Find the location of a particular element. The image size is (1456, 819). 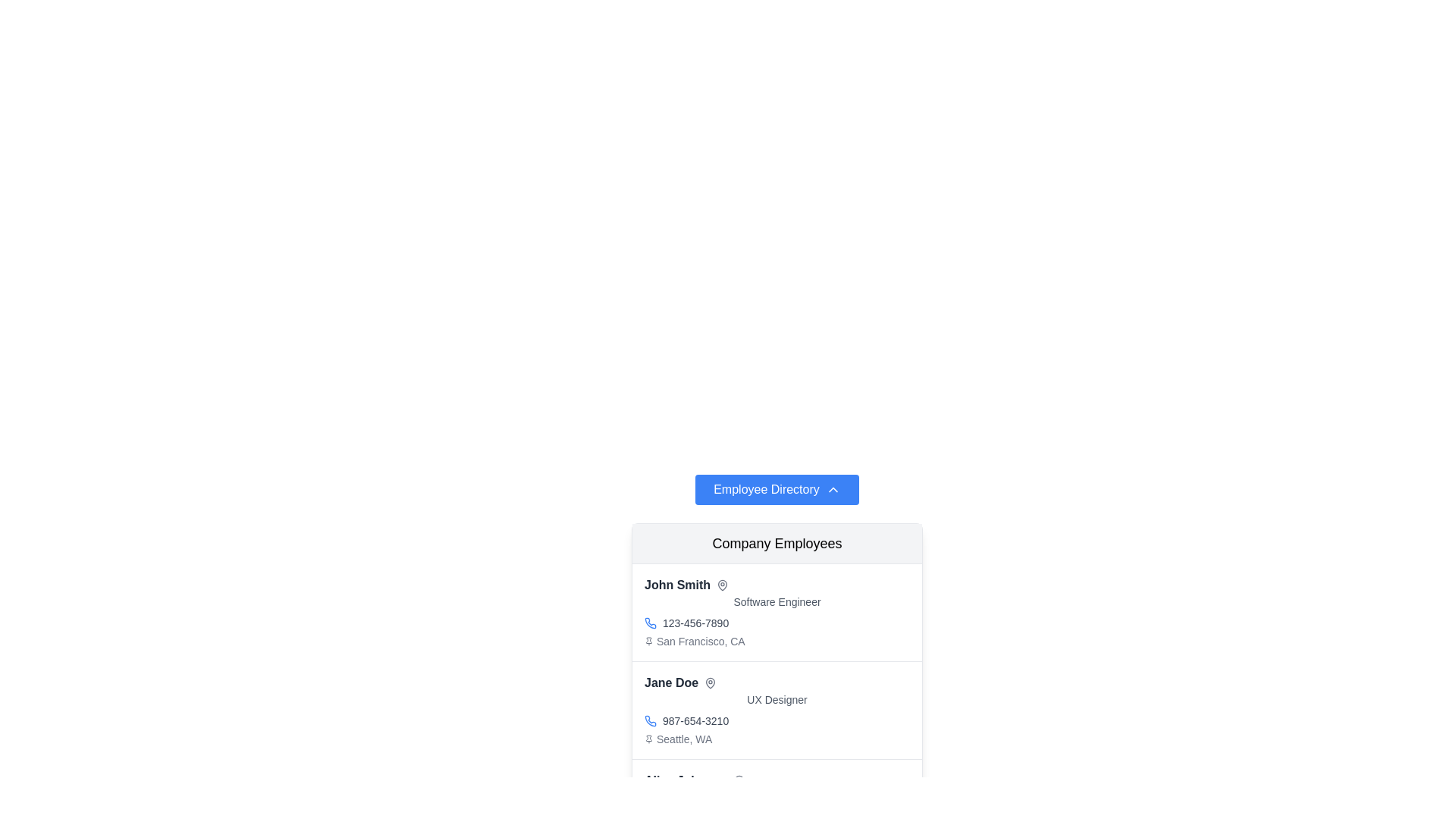

the upward vector arrow icon located to the right of the 'Employee Directory' text inside the blue button is located at coordinates (832, 489).